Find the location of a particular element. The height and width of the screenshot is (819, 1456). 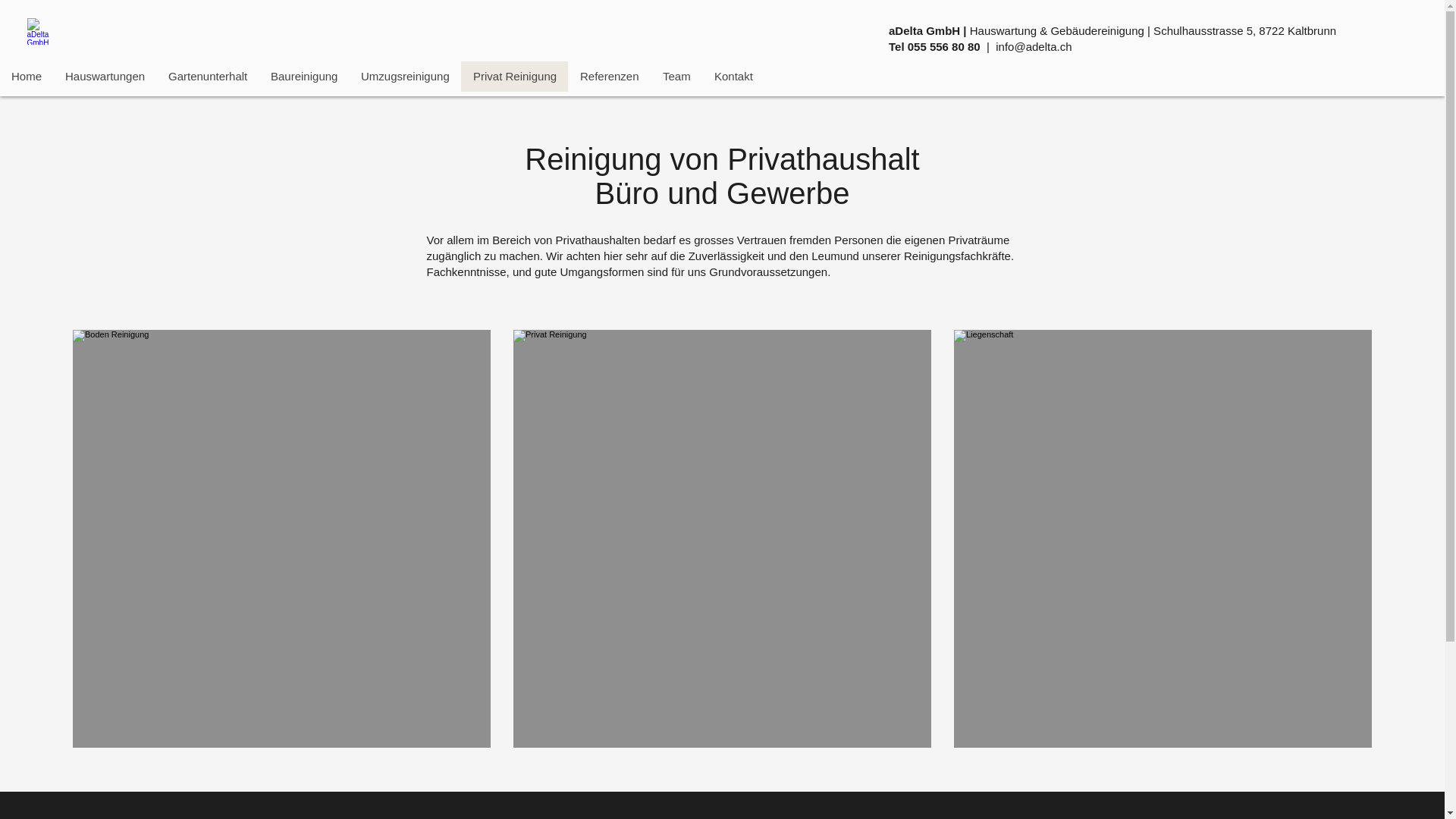

'Kontakt' is located at coordinates (733, 76).